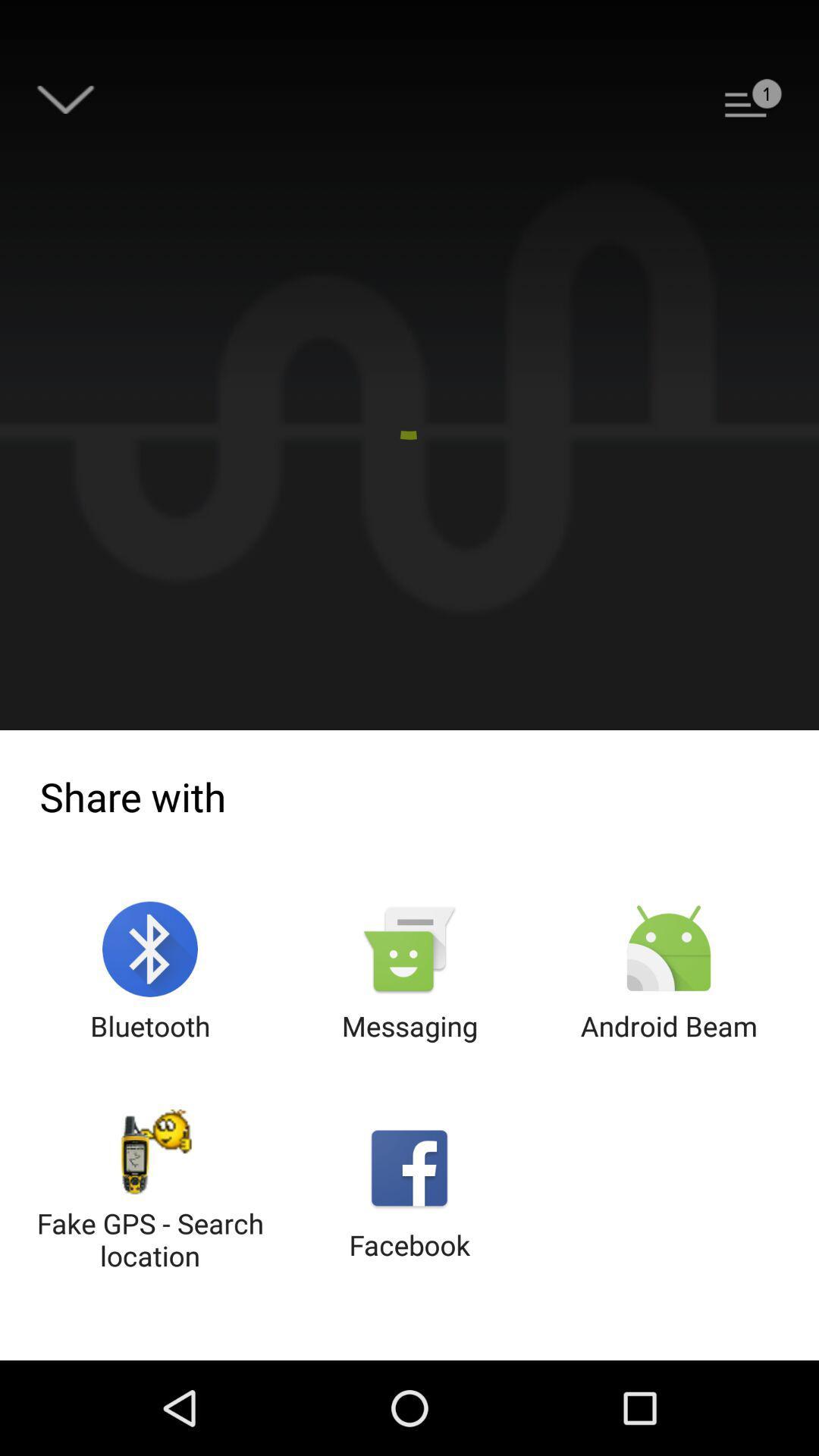 Image resolution: width=819 pixels, height=1456 pixels. Describe the element at coordinates (150, 1191) in the screenshot. I see `item to the left of the facebook button` at that location.